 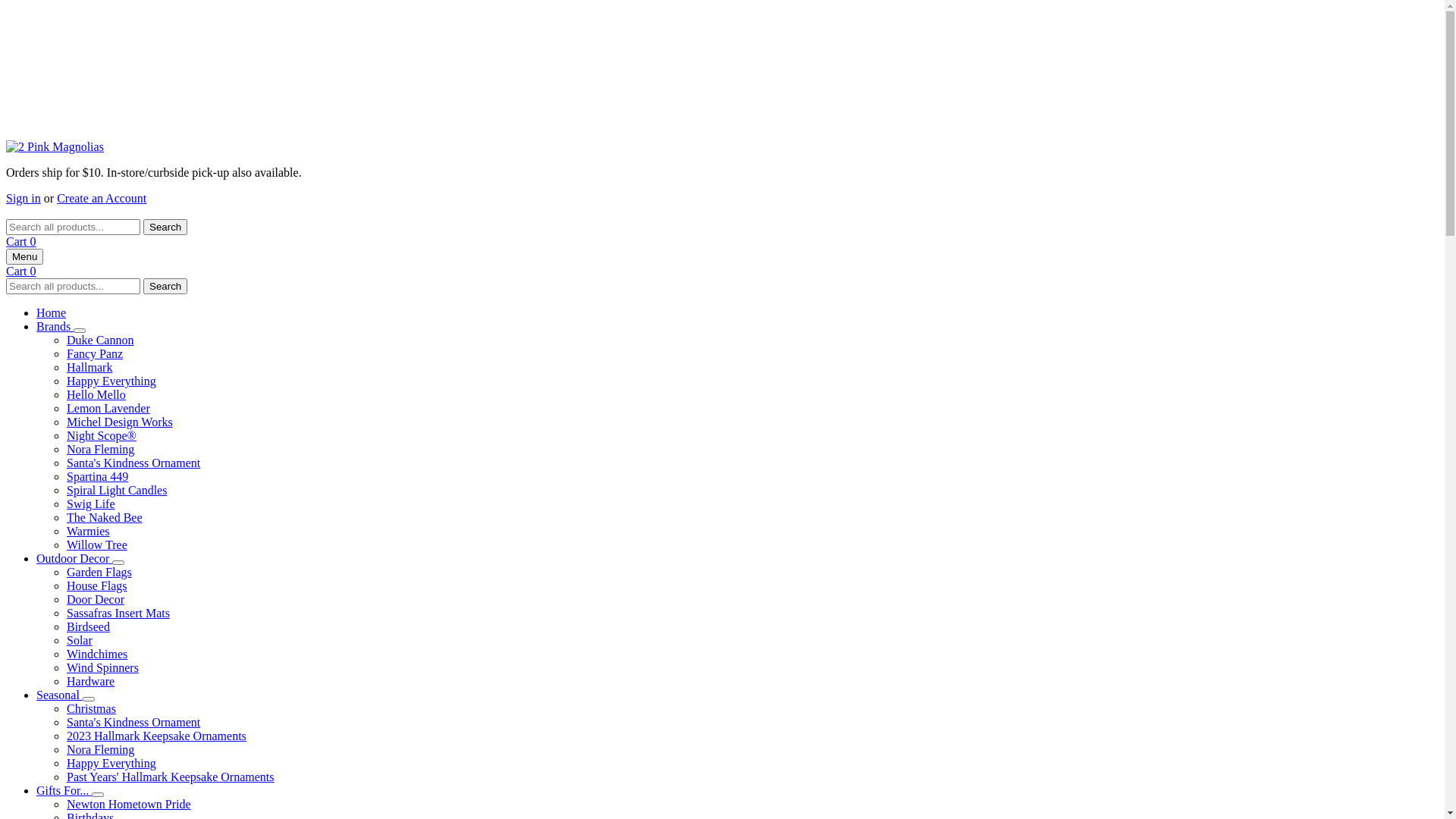 I want to click on 'Lemon Lavender', so click(x=108, y=407).